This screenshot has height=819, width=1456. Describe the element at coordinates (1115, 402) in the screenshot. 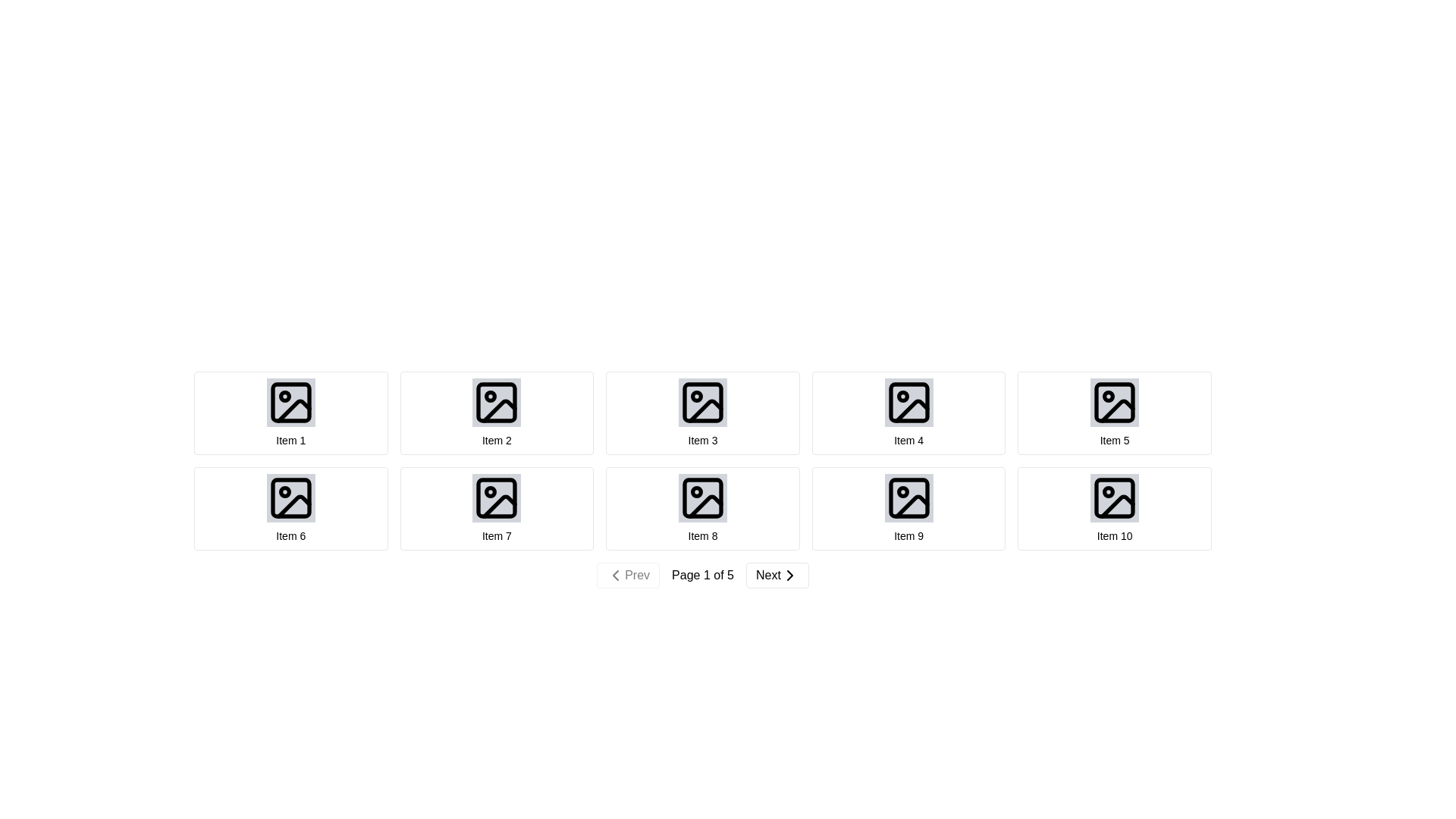

I see `the rounded rectangle shape in the SVG graphic that represents 'Item 5' in the grid layout, located in the top-right quadrant` at that location.